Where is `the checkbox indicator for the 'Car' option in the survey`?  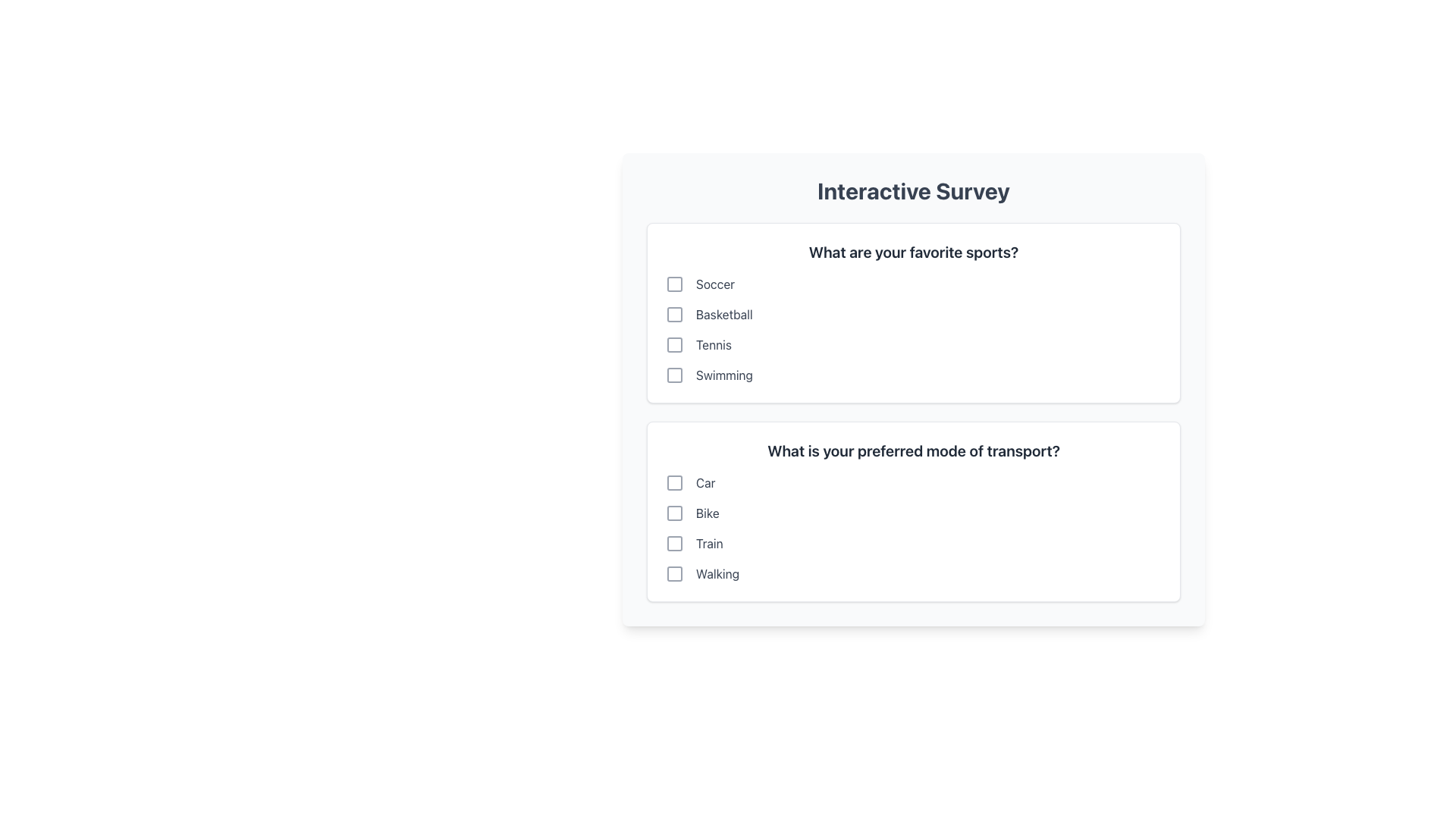 the checkbox indicator for the 'Car' option in the survey is located at coordinates (673, 482).